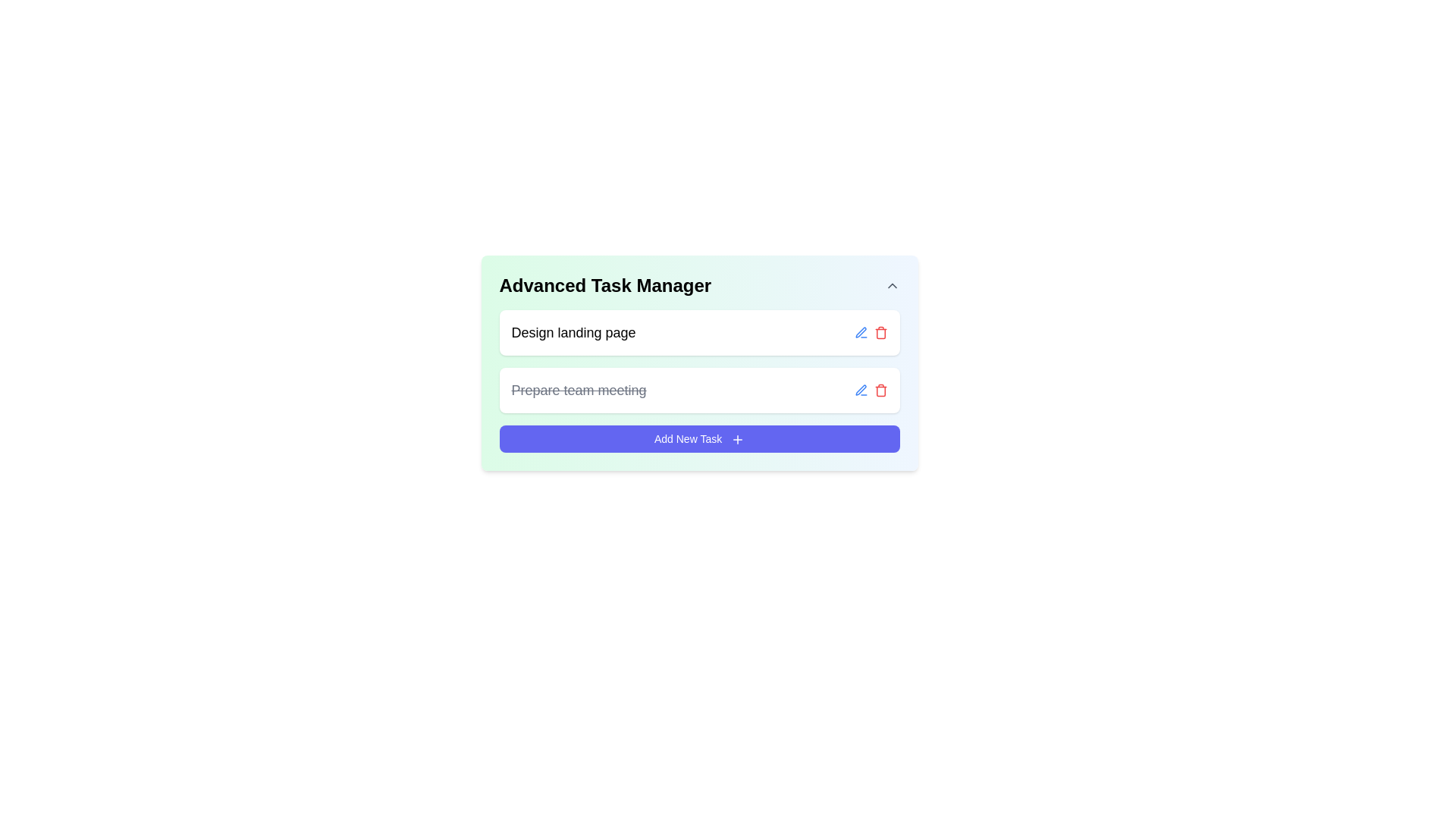  Describe the element at coordinates (604, 286) in the screenshot. I see `text content of the title element located at the top-left corner of the card, which serves to indicate the purpose or identity of the card contents` at that location.